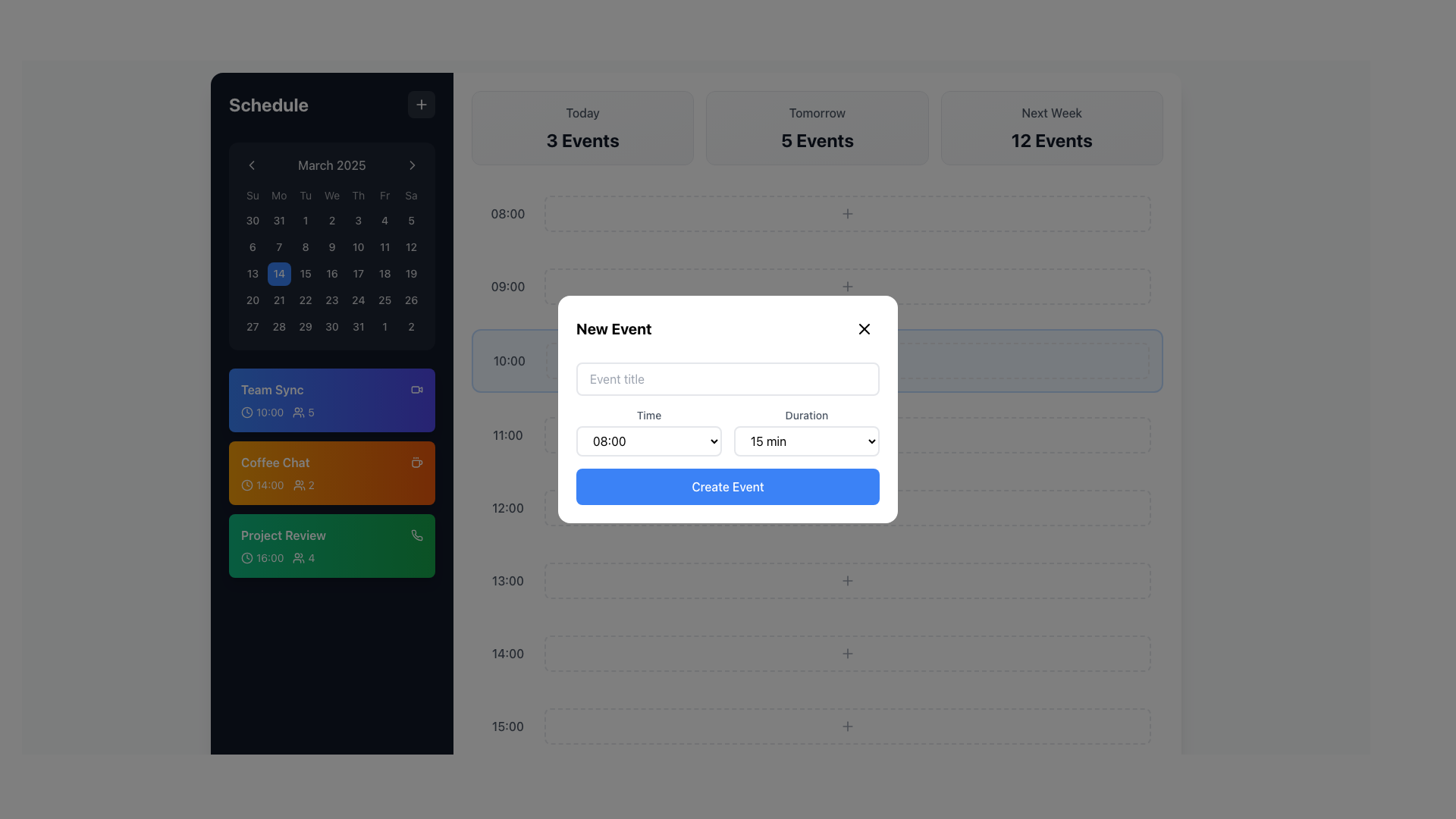 The width and height of the screenshot is (1456, 819). What do you see at coordinates (384, 246) in the screenshot?
I see `the button representing the date '11' in the calendar grid` at bounding box center [384, 246].